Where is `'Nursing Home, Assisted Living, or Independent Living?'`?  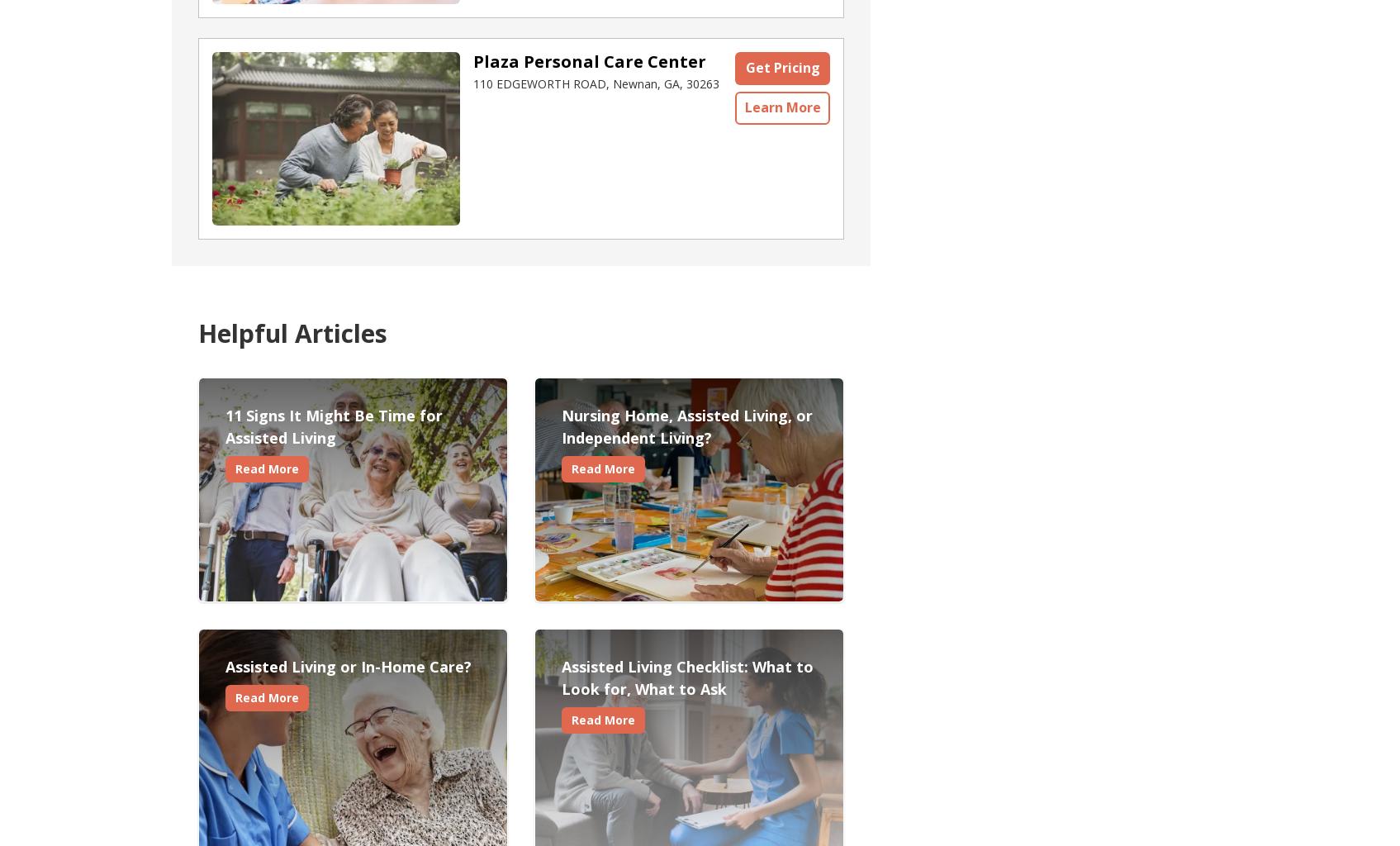
'Nursing Home, Assisted Living, or Independent Living?' is located at coordinates (686, 426).